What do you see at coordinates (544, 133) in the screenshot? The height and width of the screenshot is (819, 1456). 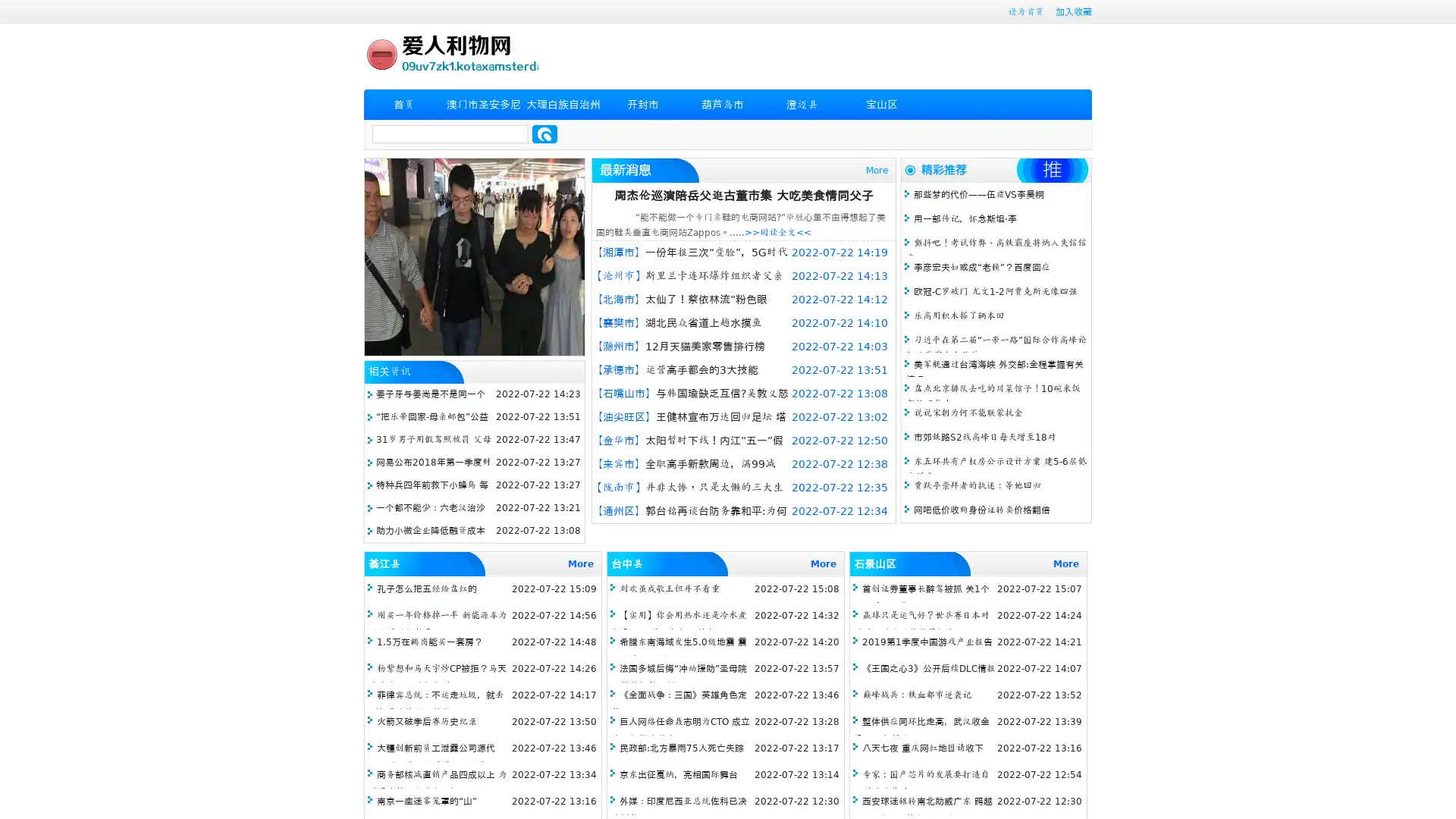 I see `Search` at bounding box center [544, 133].